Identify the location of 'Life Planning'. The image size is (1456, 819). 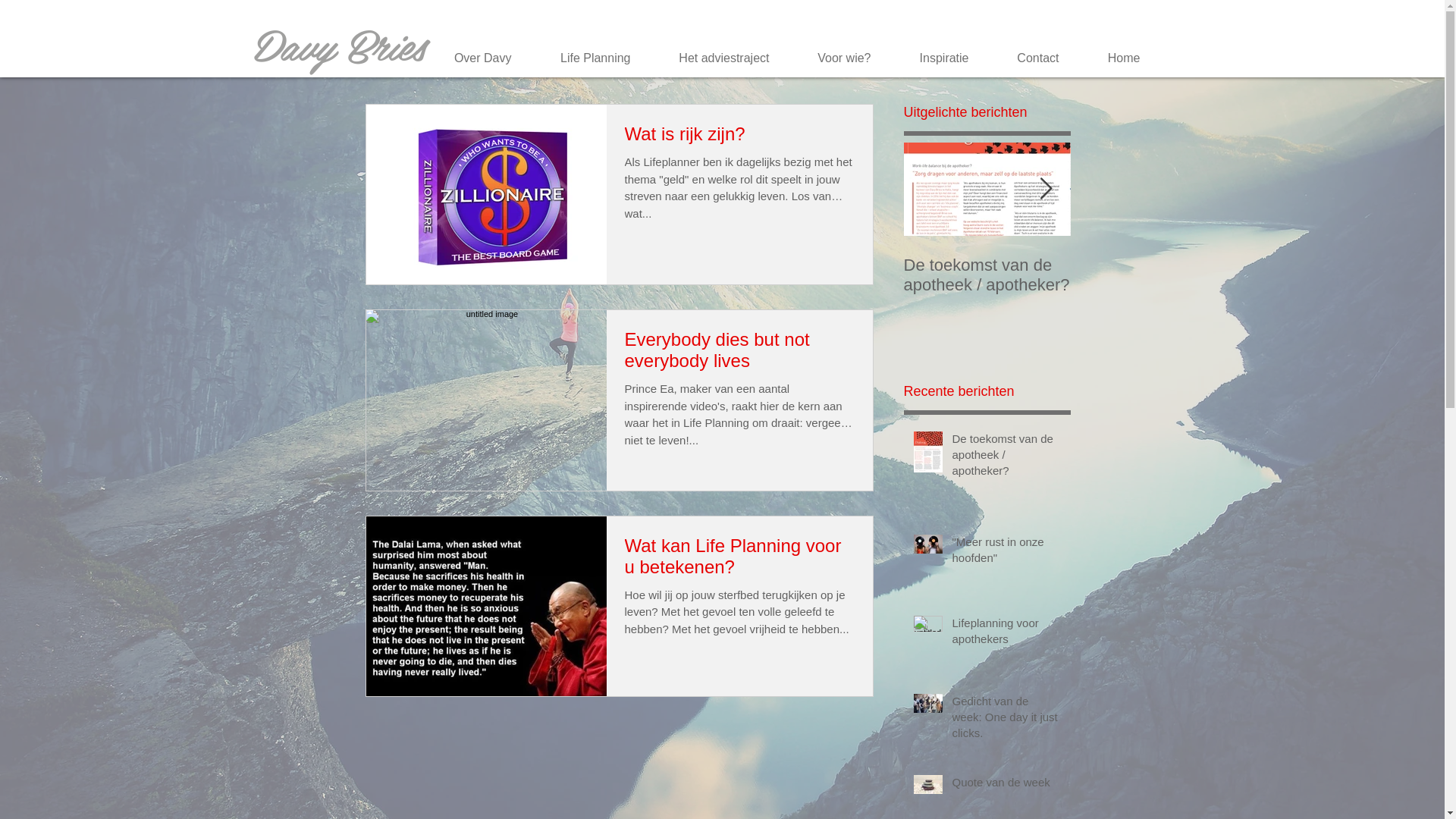
(526, 58).